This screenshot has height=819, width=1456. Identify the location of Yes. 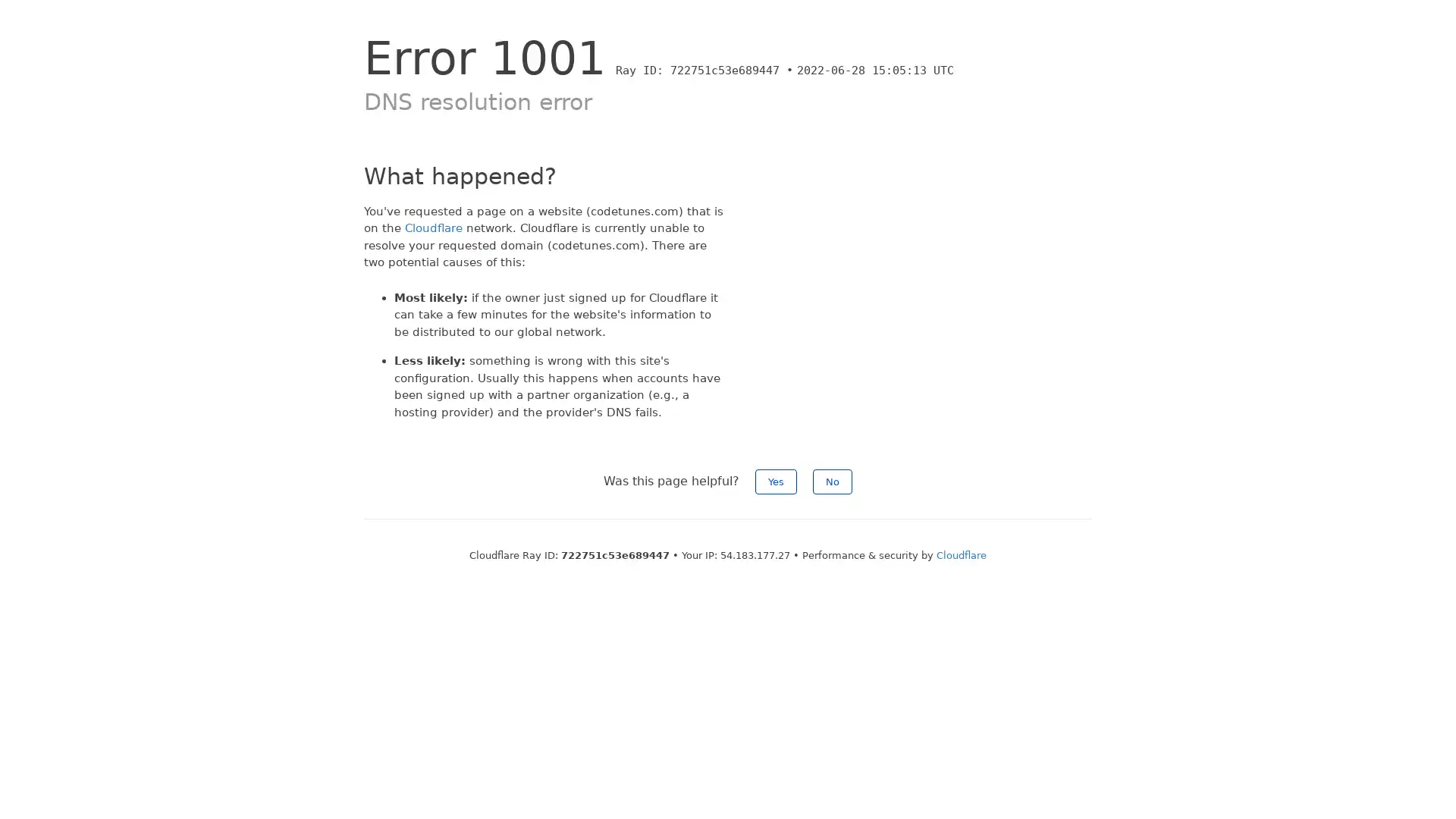
(776, 482).